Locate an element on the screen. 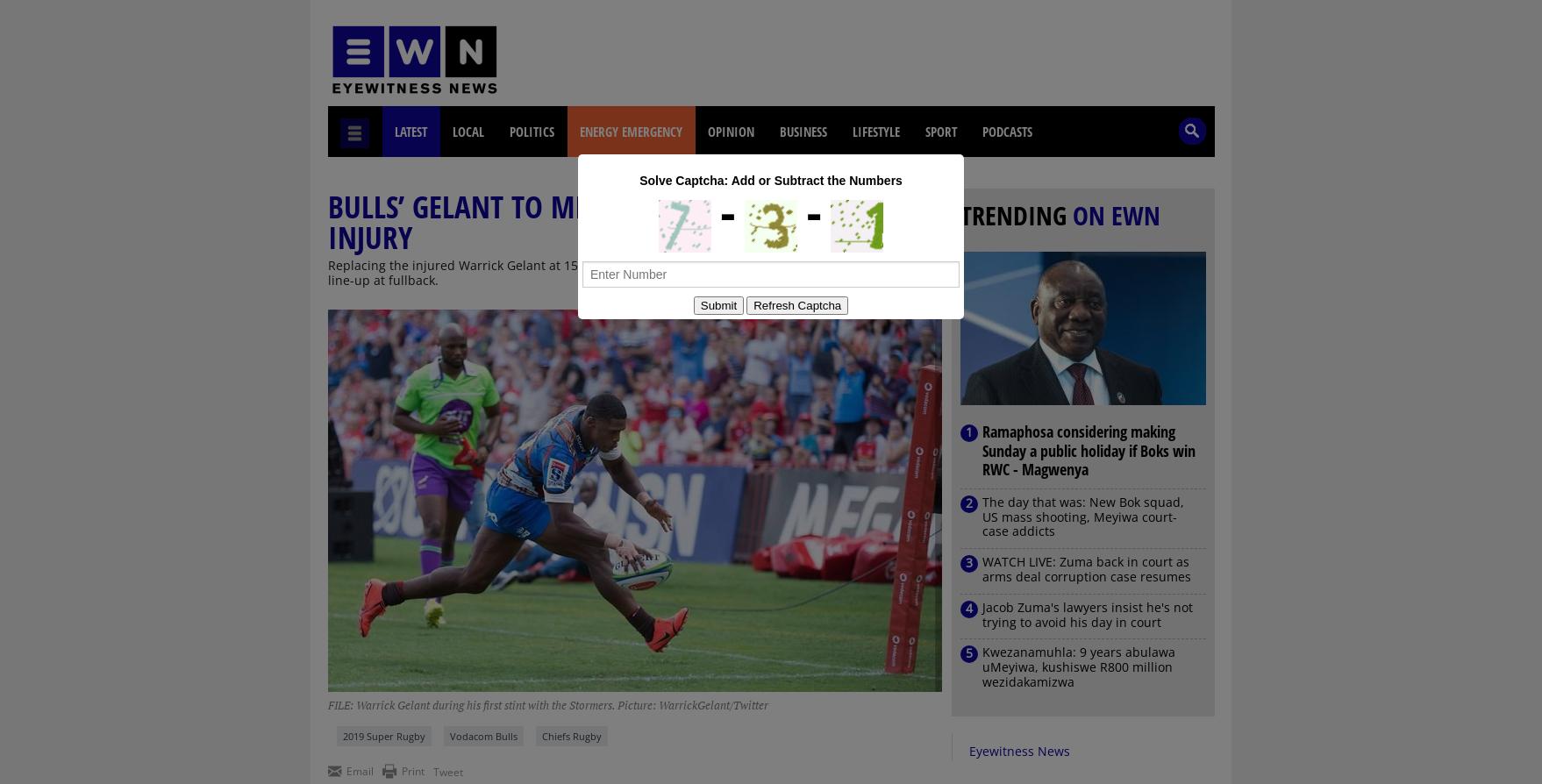 Image resolution: width=1542 pixels, height=784 pixels. 'Chiefs Rugby' is located at coordinates (541, 735).